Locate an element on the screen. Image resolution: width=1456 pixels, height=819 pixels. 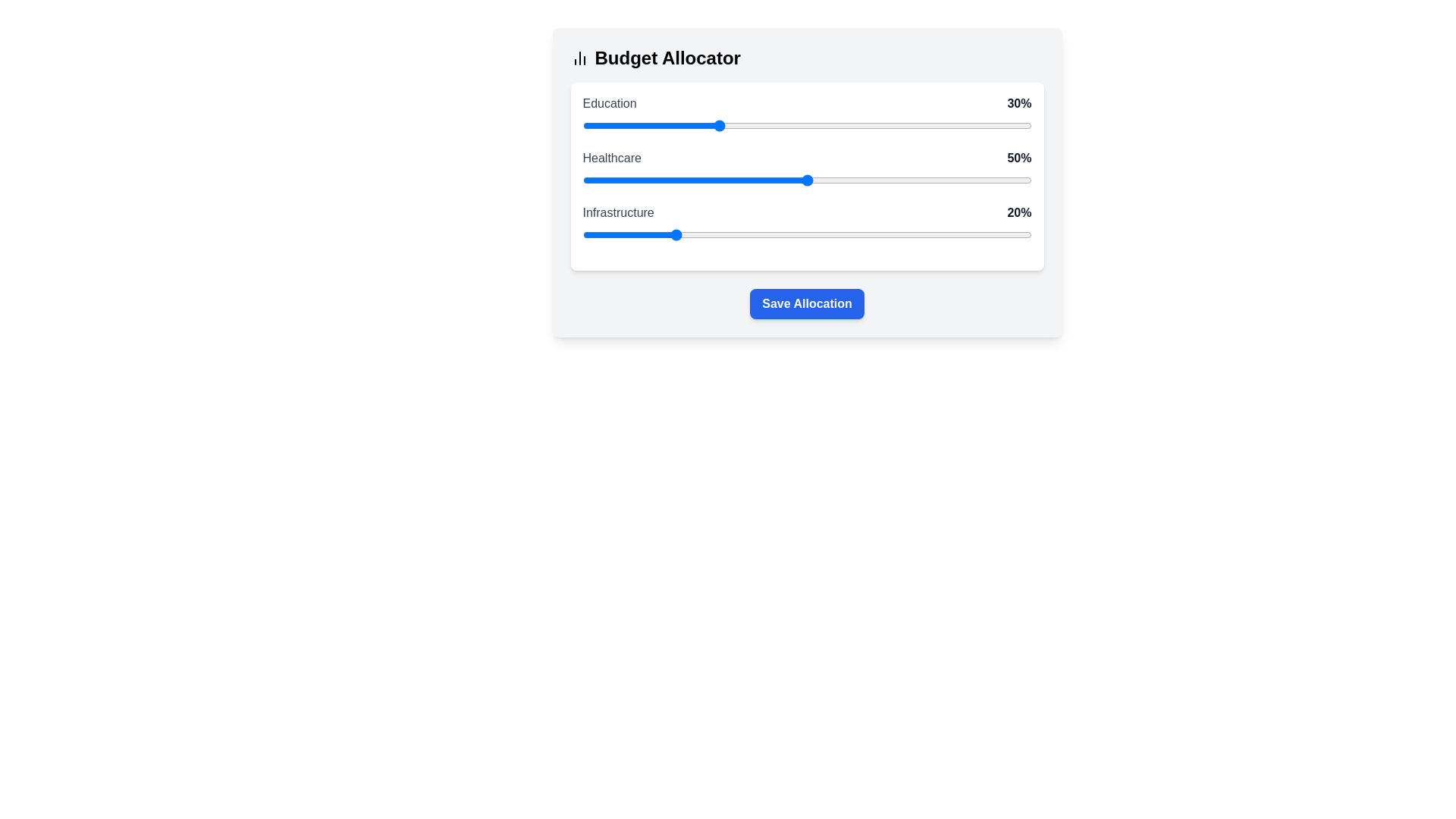
the education allocation is located at coordinates (874, 124).